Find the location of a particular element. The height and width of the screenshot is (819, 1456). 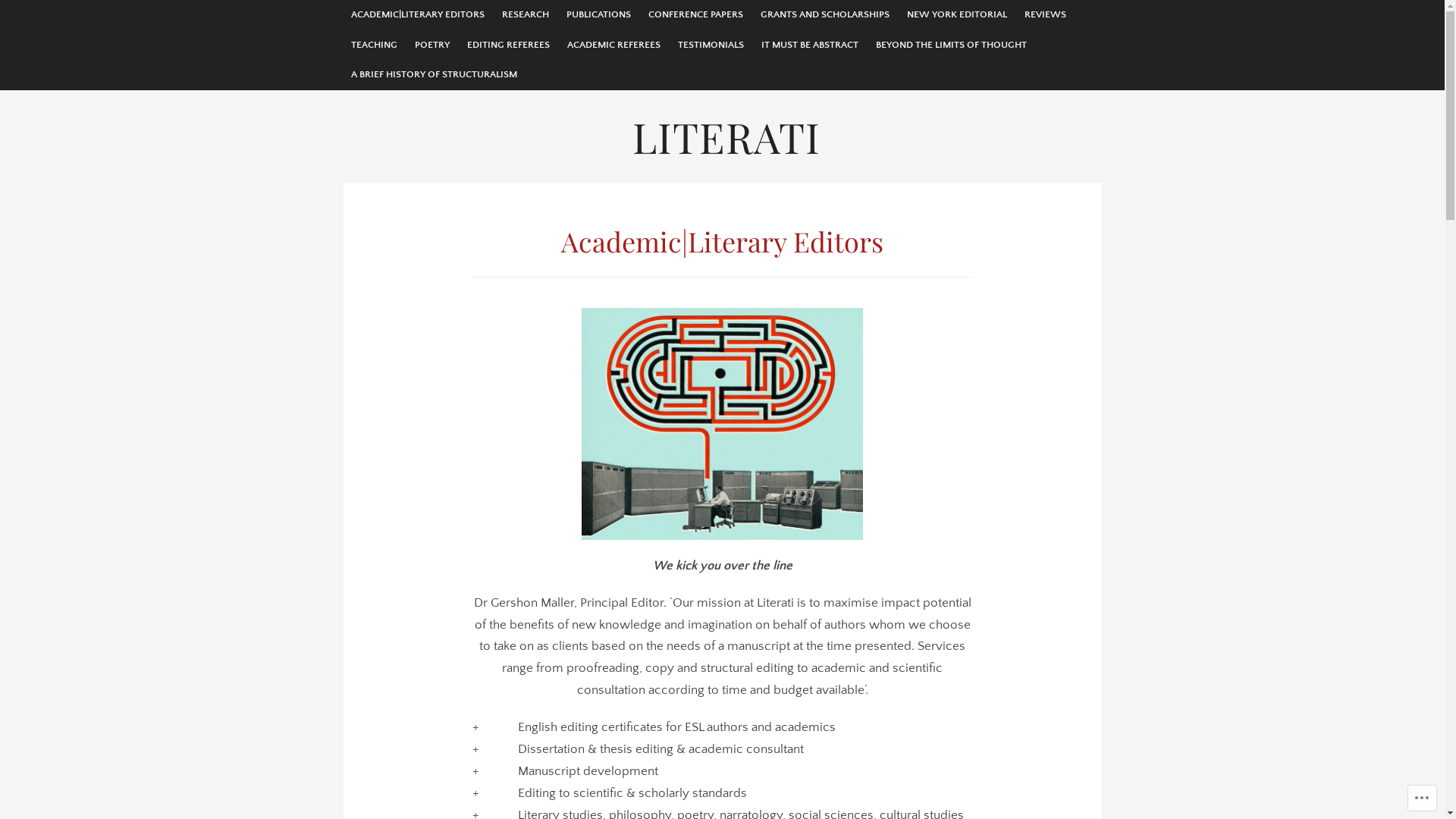

'NEW YORK EDITORIAL' is located at coordinates (906, 14).